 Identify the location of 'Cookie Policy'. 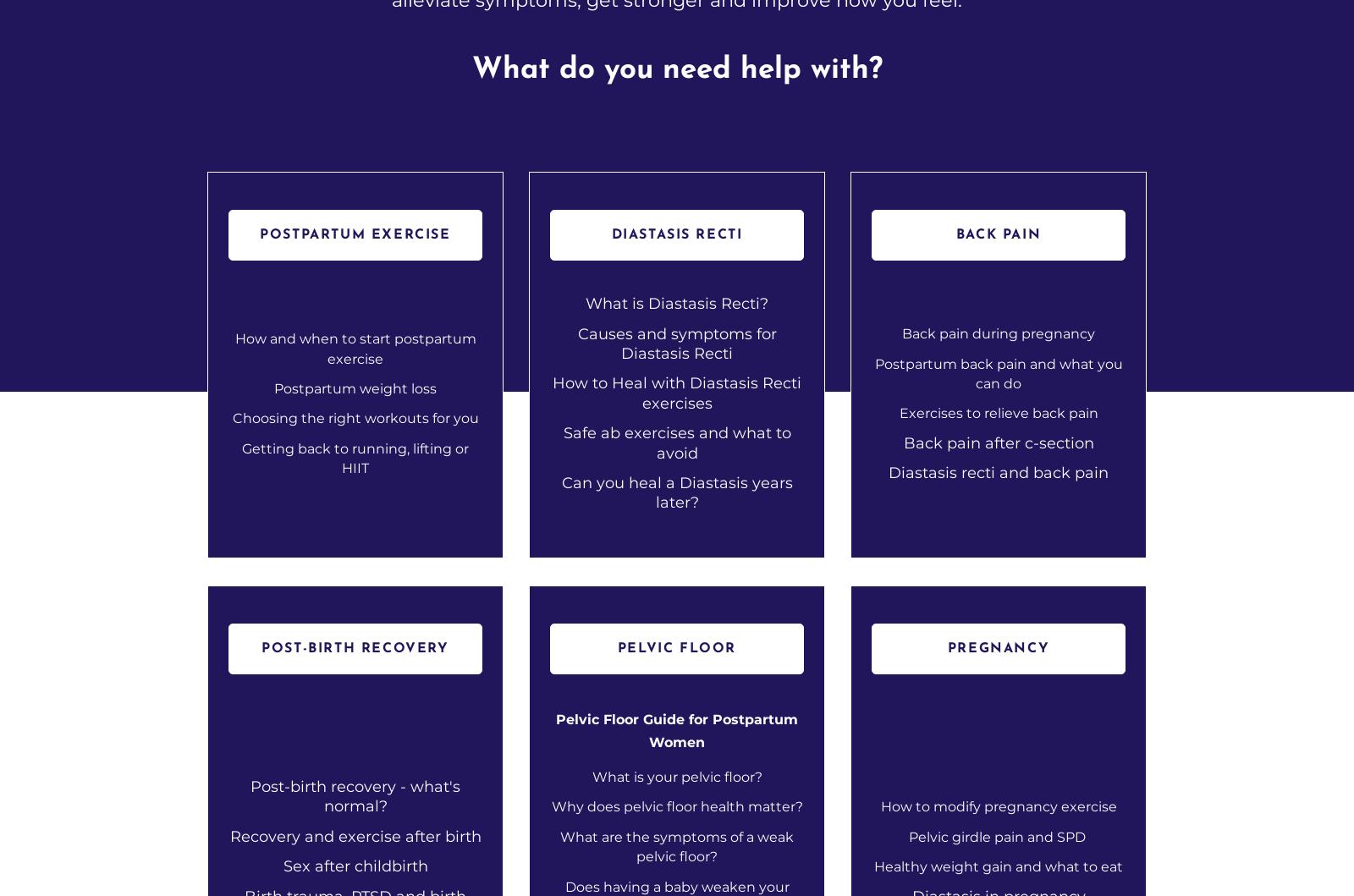
(1051, 628).